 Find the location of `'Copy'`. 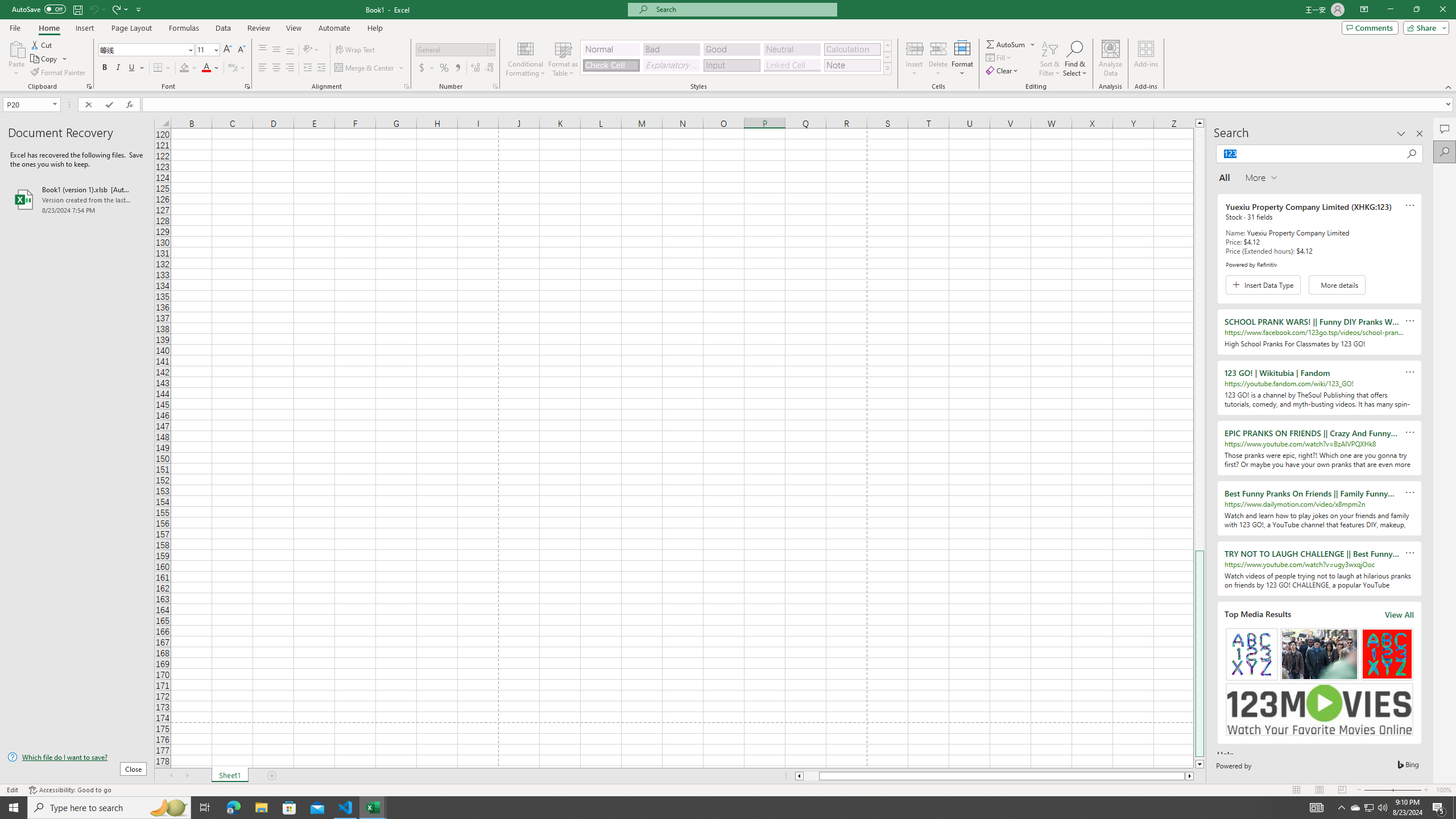

'Copy' is located at coordinates (49, 59).